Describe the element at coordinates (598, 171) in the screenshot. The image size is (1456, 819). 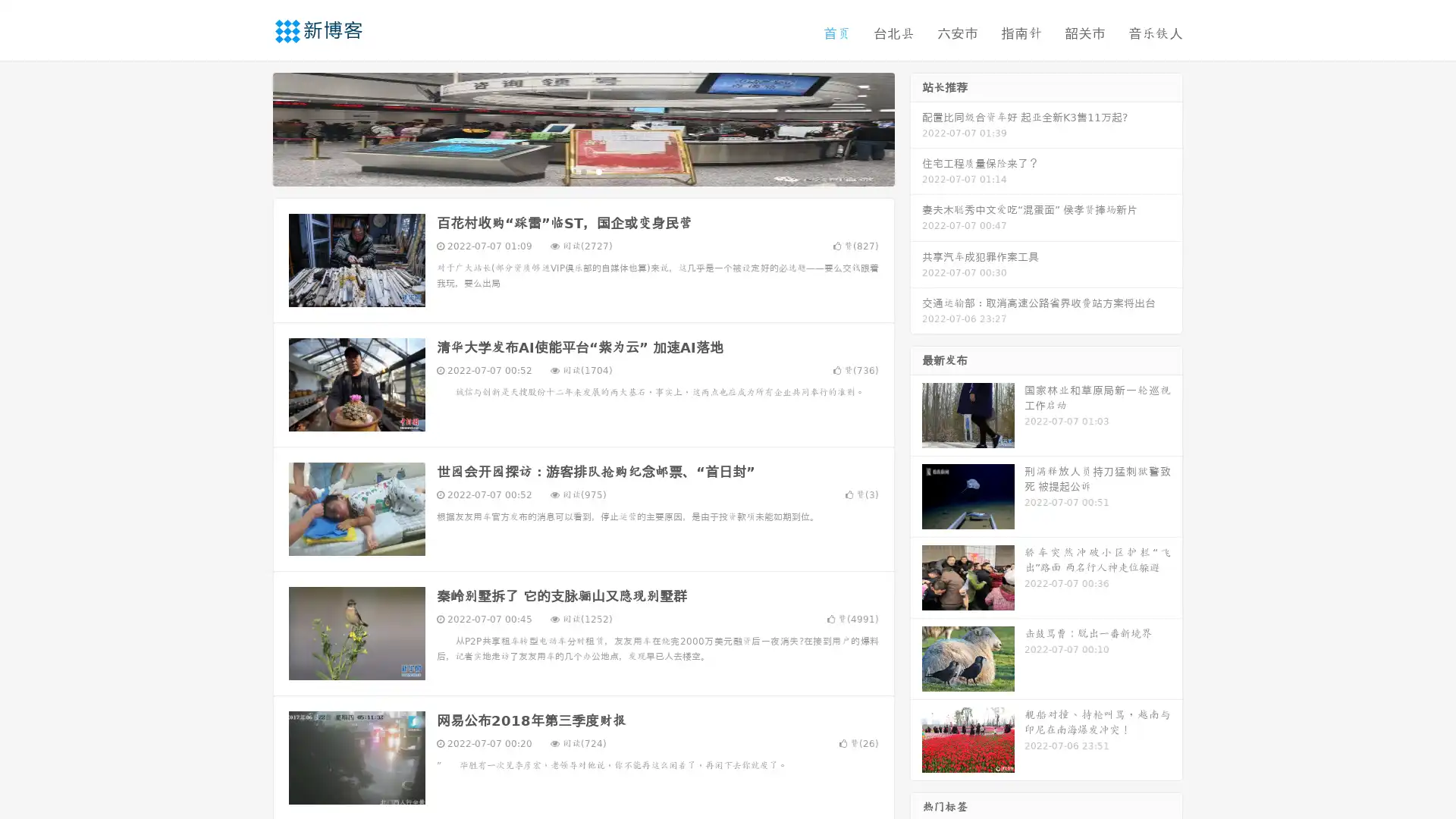
I see `Go to slide 3` at that location.